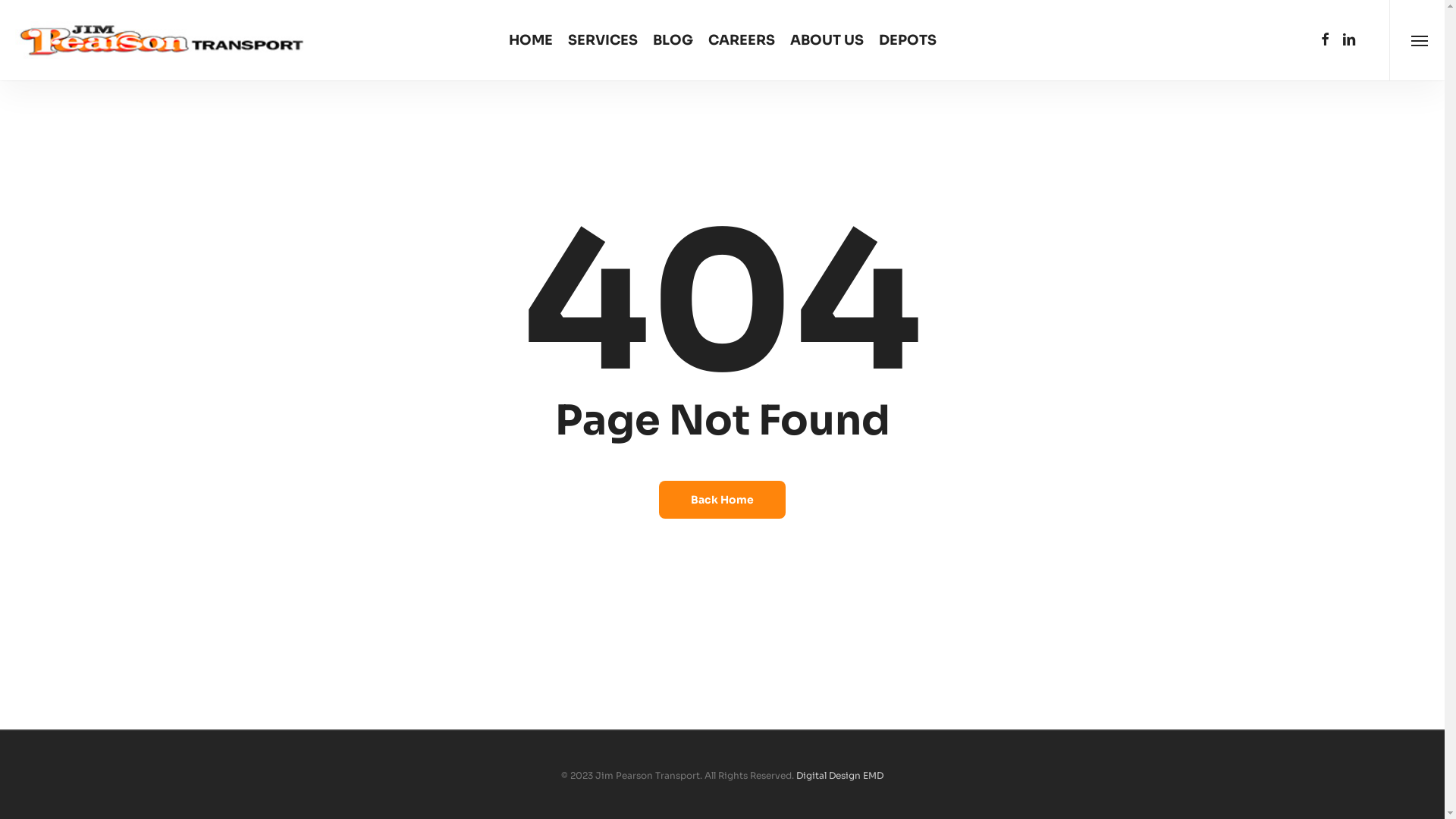 This screenshot has height=819, width=1456. I want to click on 'HOME', so click(530, 39).